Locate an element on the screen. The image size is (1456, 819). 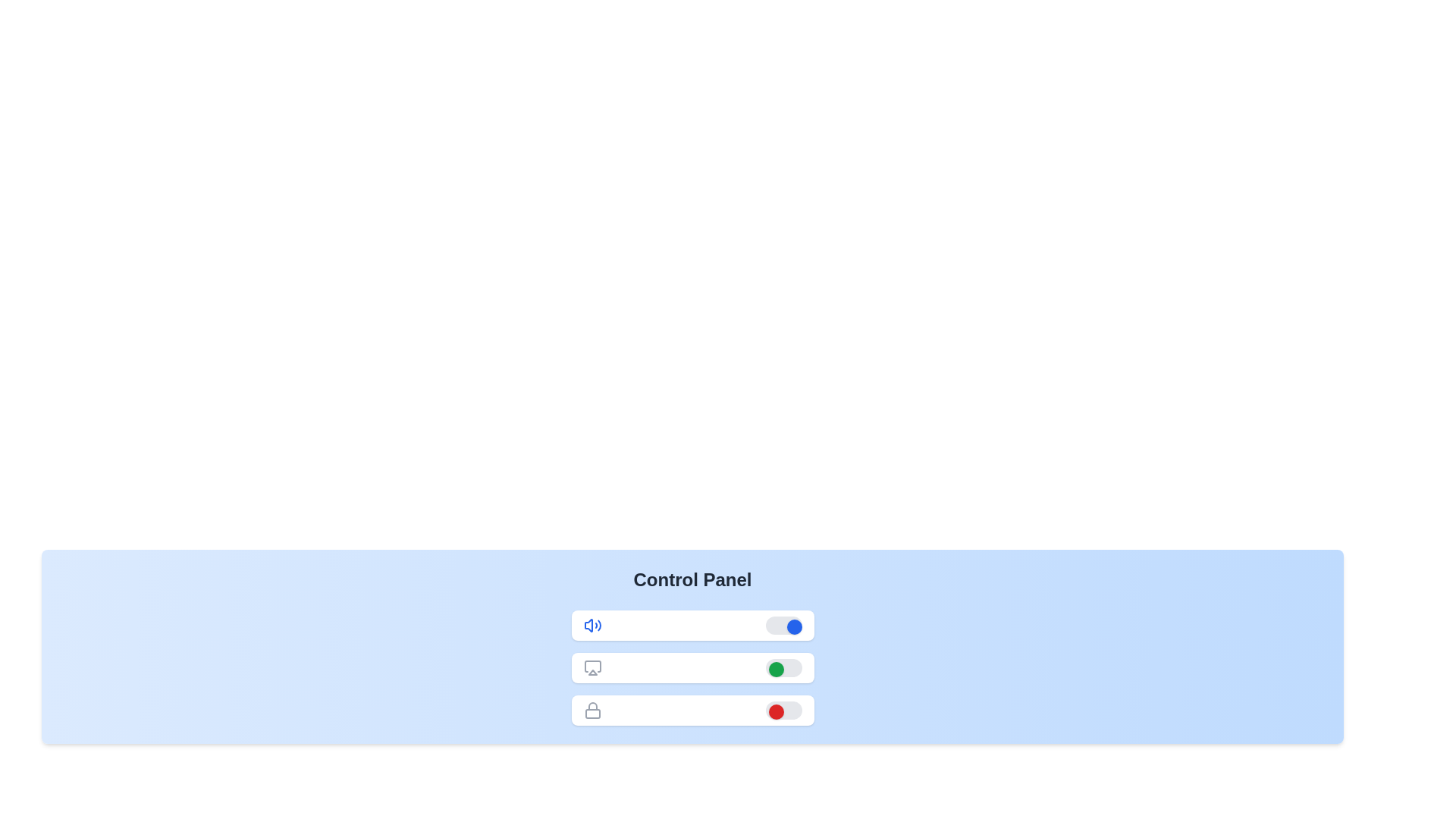
the outermost sound wave icon of the speaker graphic is located at coordinates (598, 626).